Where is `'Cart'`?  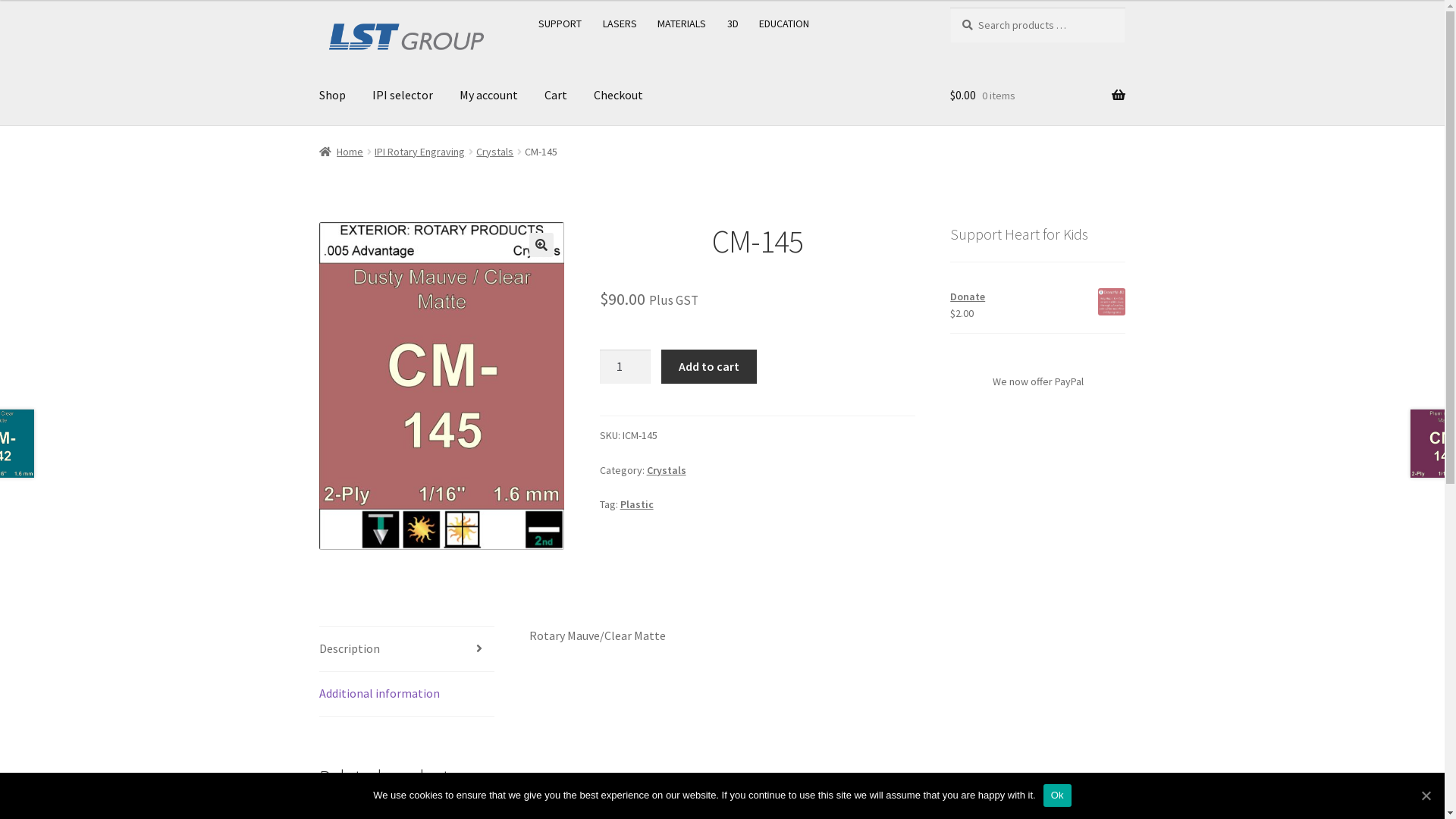
'Cart' is located at coordinates (555, 96).